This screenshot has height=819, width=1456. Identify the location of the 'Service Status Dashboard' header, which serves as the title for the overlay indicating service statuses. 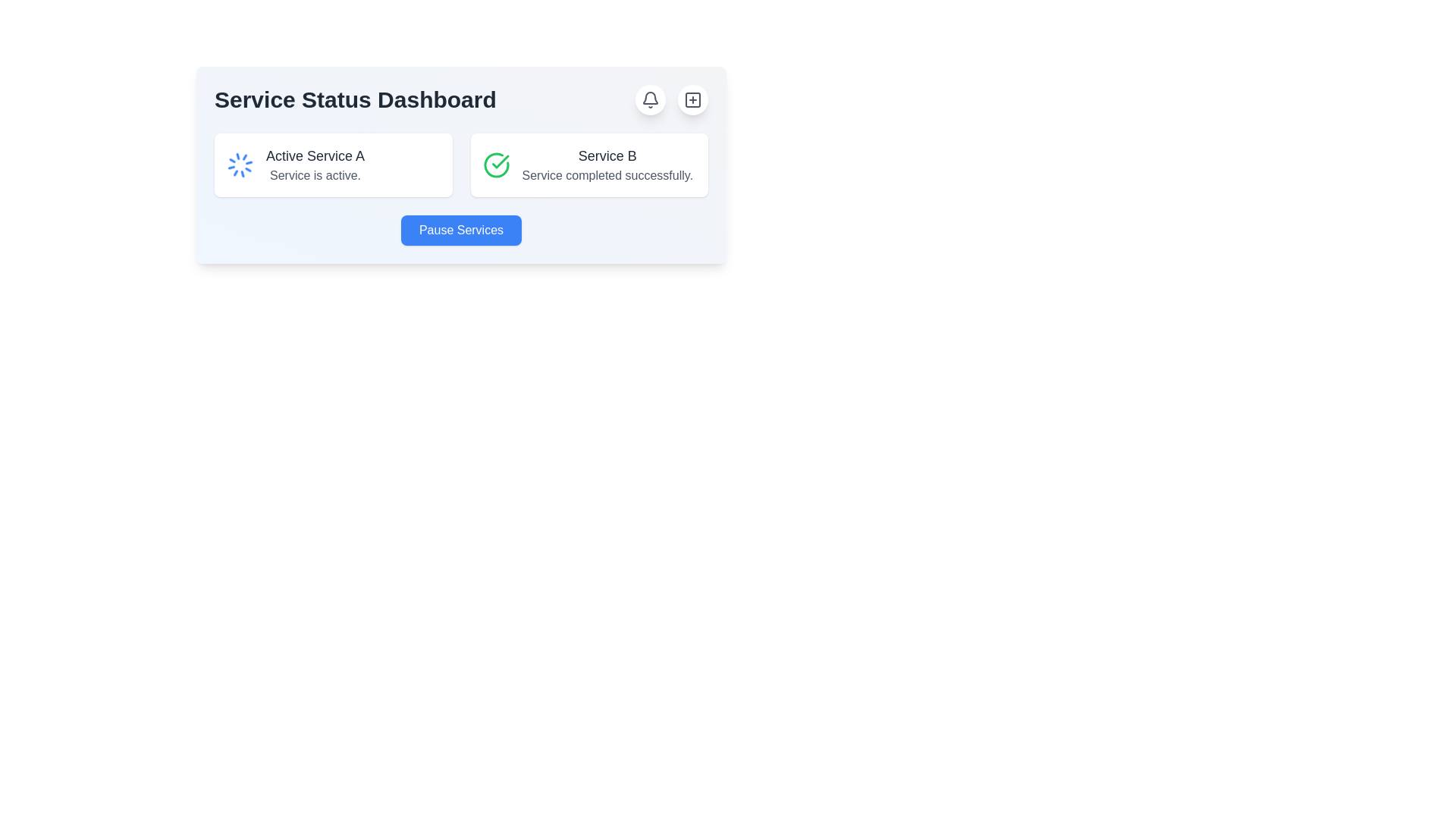
(460, 99).